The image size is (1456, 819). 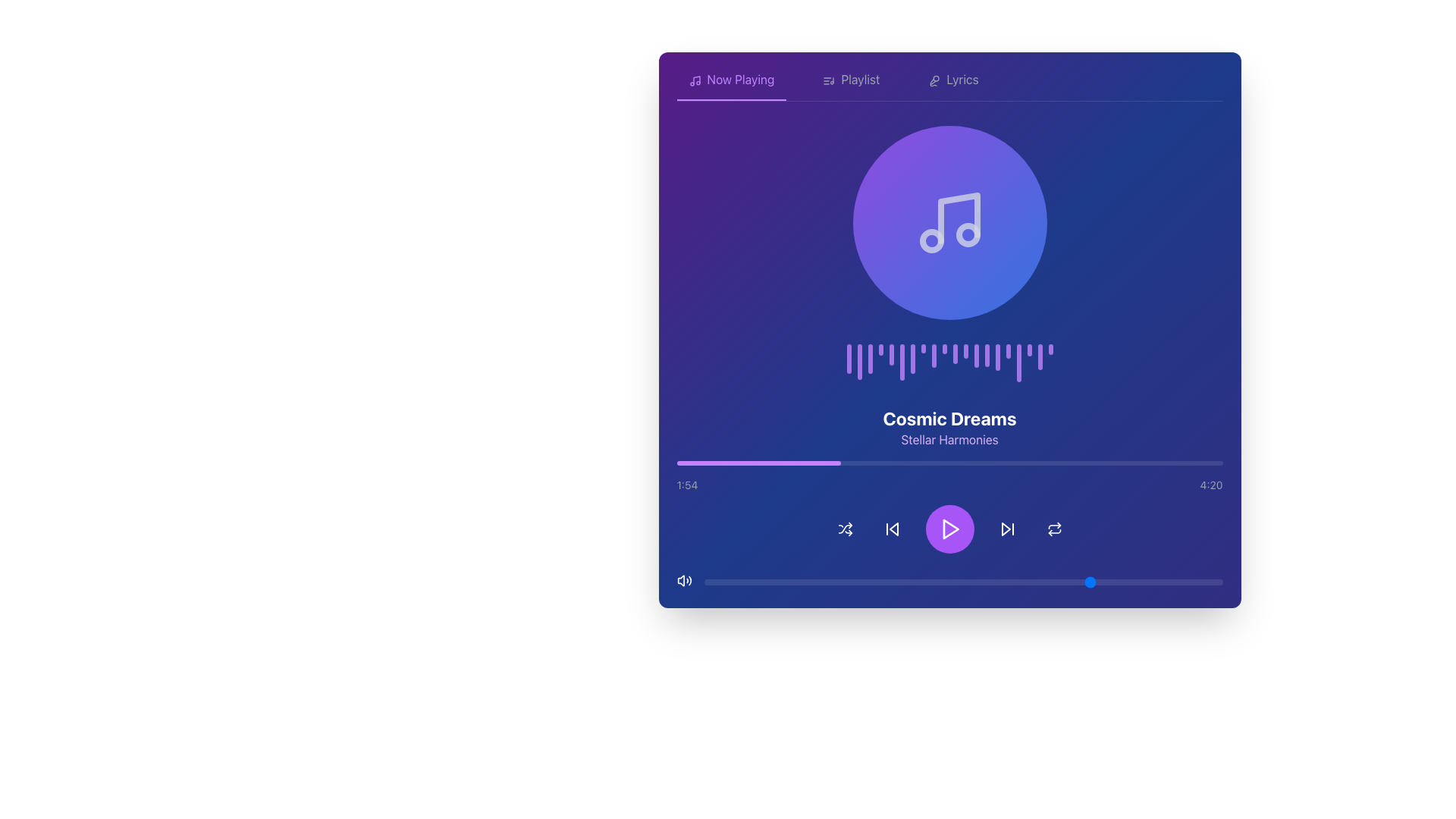 What do you see at coordinates (697, 462) in the screenshot?
I see `playback progress` at bounding box center [697, 462].